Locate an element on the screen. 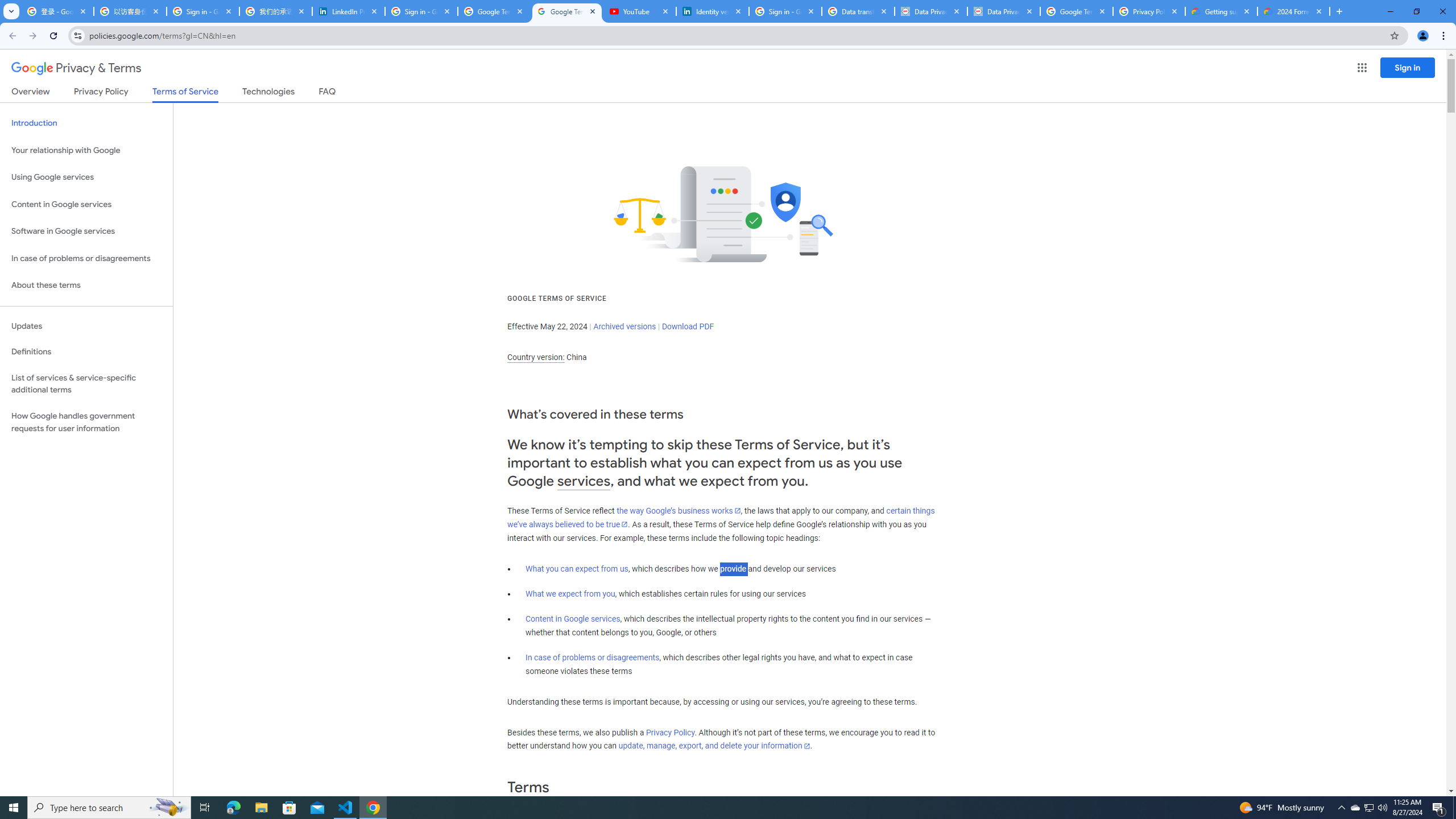 This screenshot has width=1456, height=819. 'services' is located at coordinates (584, 481).